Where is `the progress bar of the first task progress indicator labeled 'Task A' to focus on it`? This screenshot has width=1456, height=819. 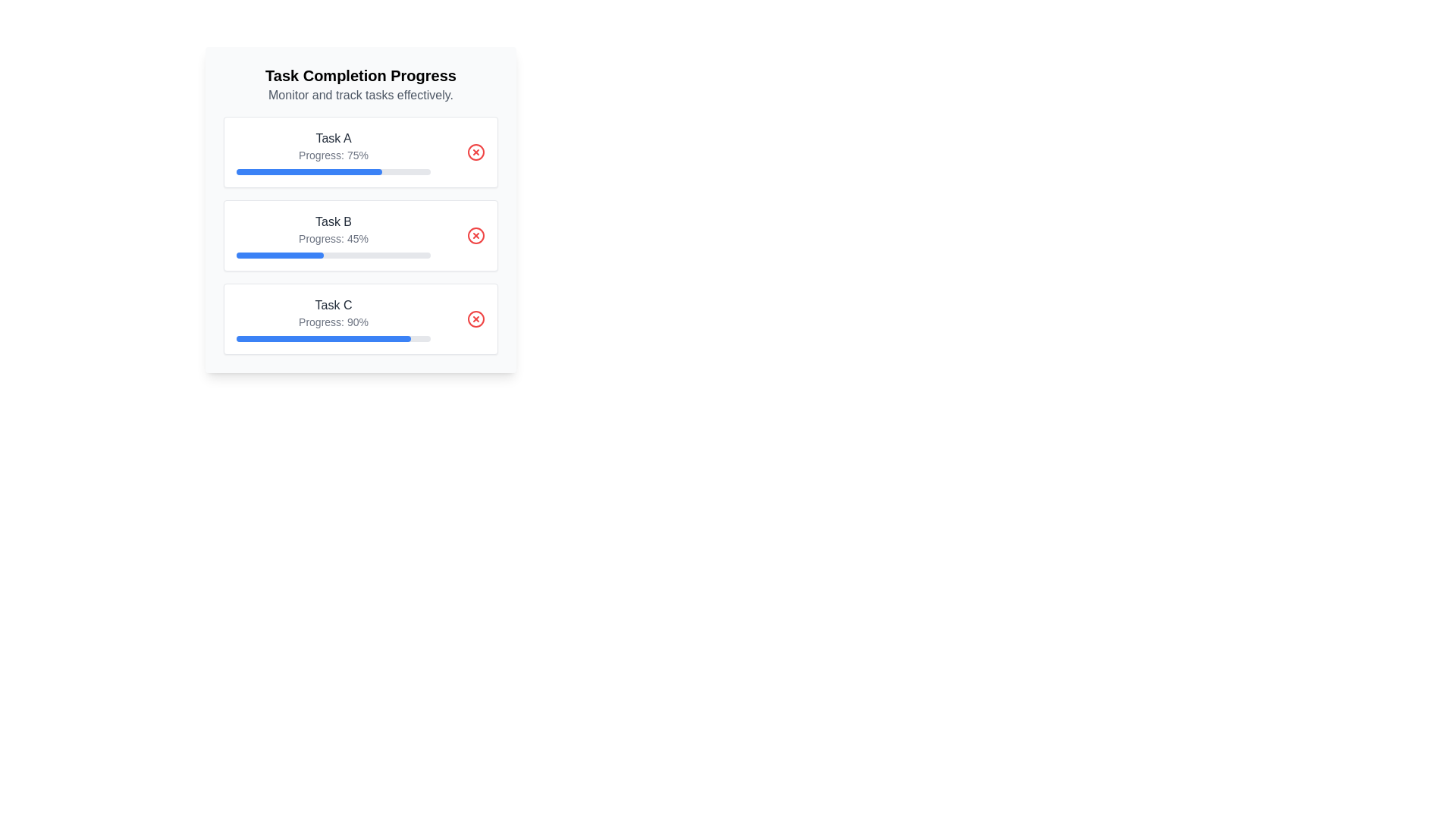 the progress bar of the first task progress indicator labeled 'Task A' to focus on it is located at coordinates (333, 152).